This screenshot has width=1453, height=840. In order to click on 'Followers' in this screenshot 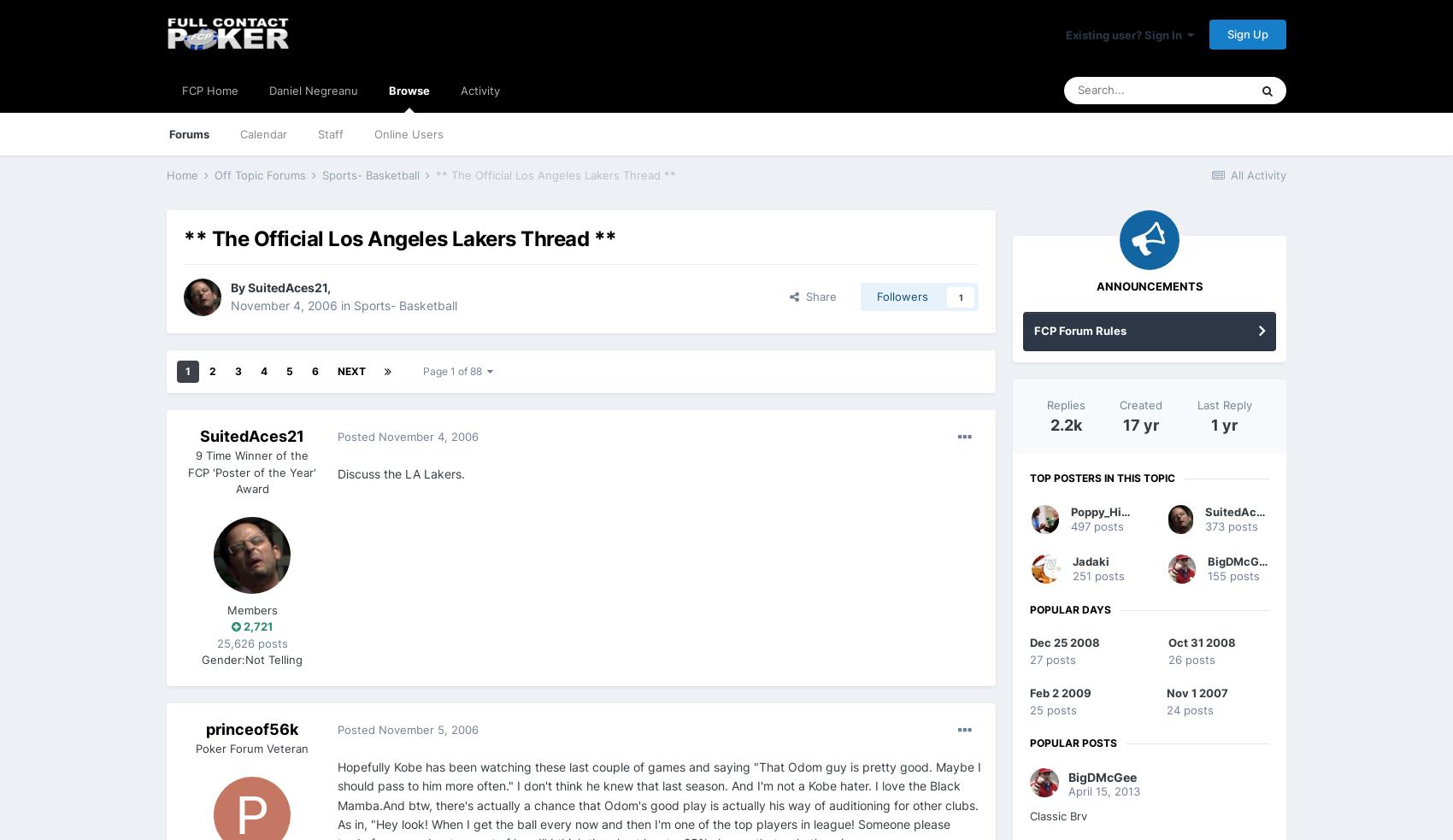, I will do `click(902, 295)`.